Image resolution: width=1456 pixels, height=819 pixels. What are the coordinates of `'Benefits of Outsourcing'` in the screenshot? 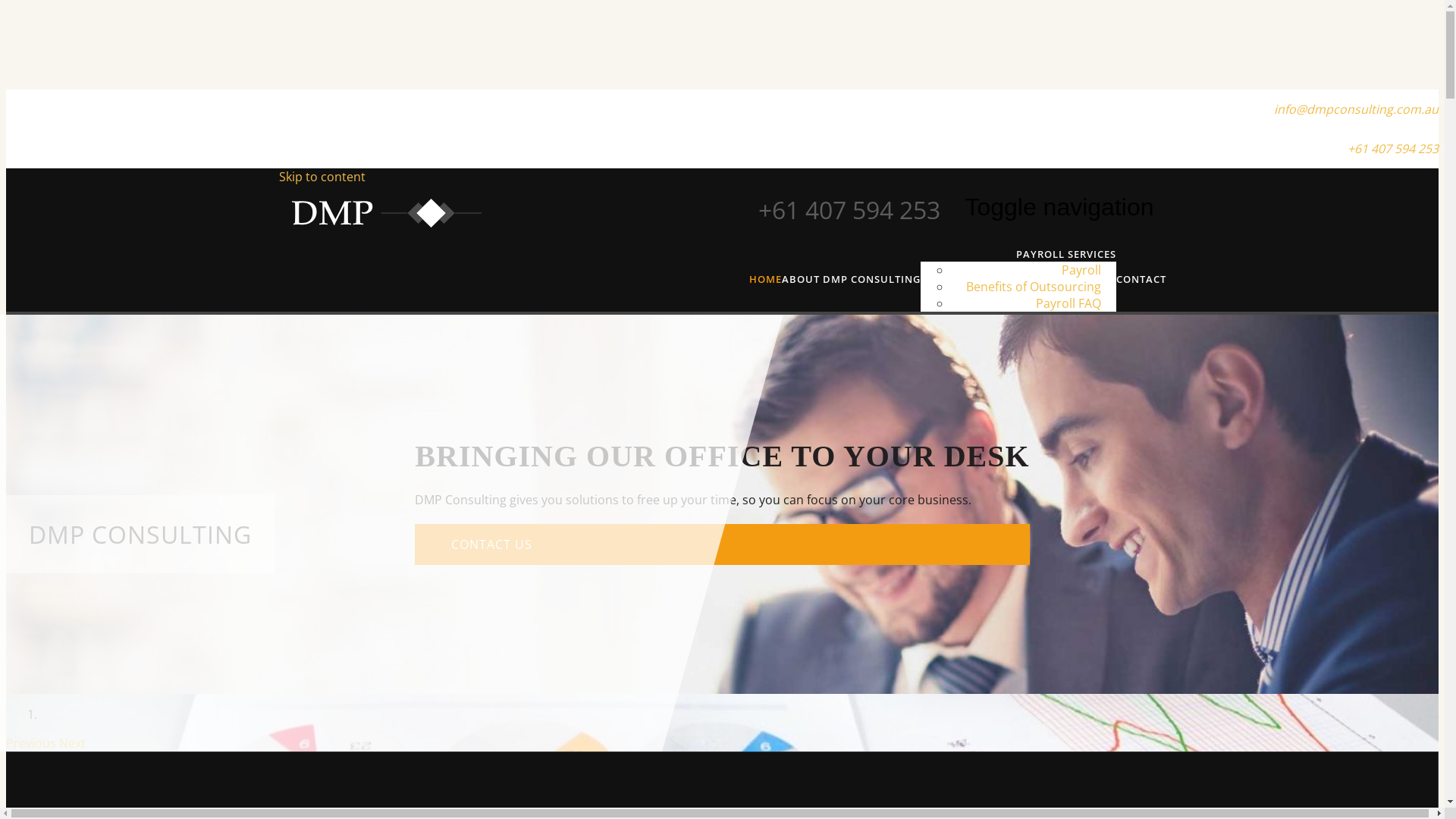 It's located at (1033, 287).